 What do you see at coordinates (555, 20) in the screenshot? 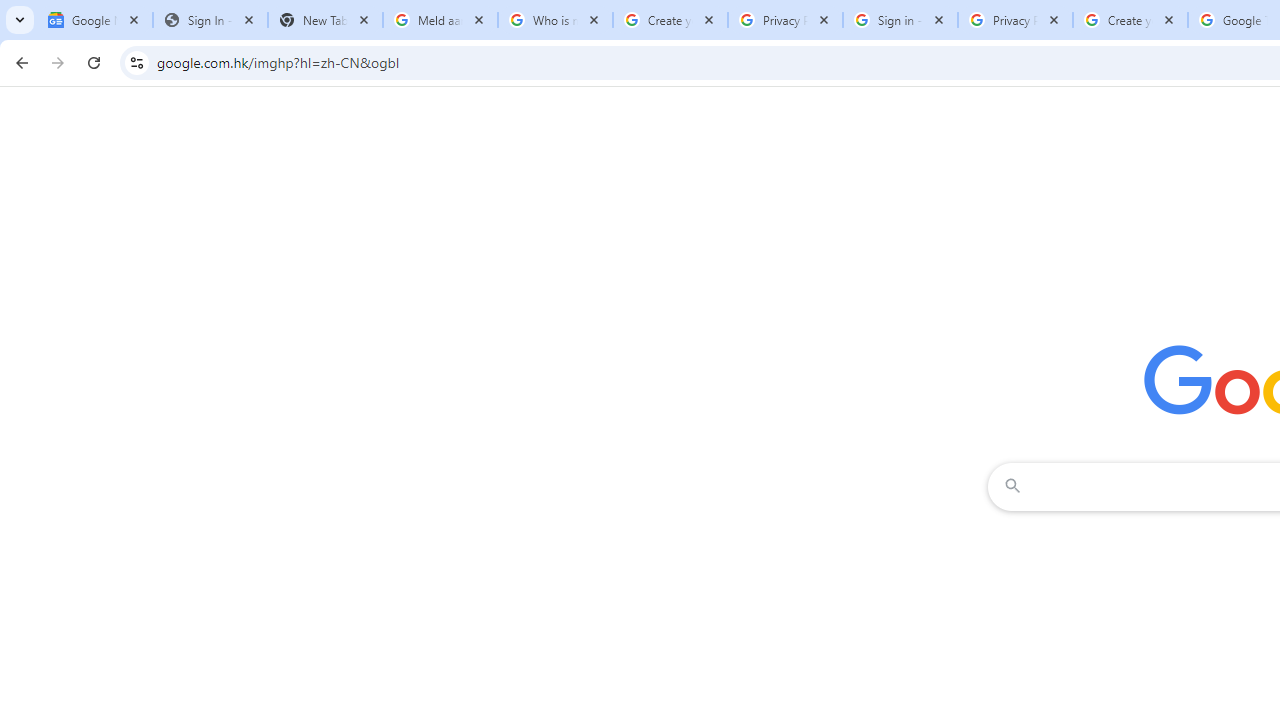
I see `'Who is my administrator? - Google Account Help'` at bounding box center [555, 20].